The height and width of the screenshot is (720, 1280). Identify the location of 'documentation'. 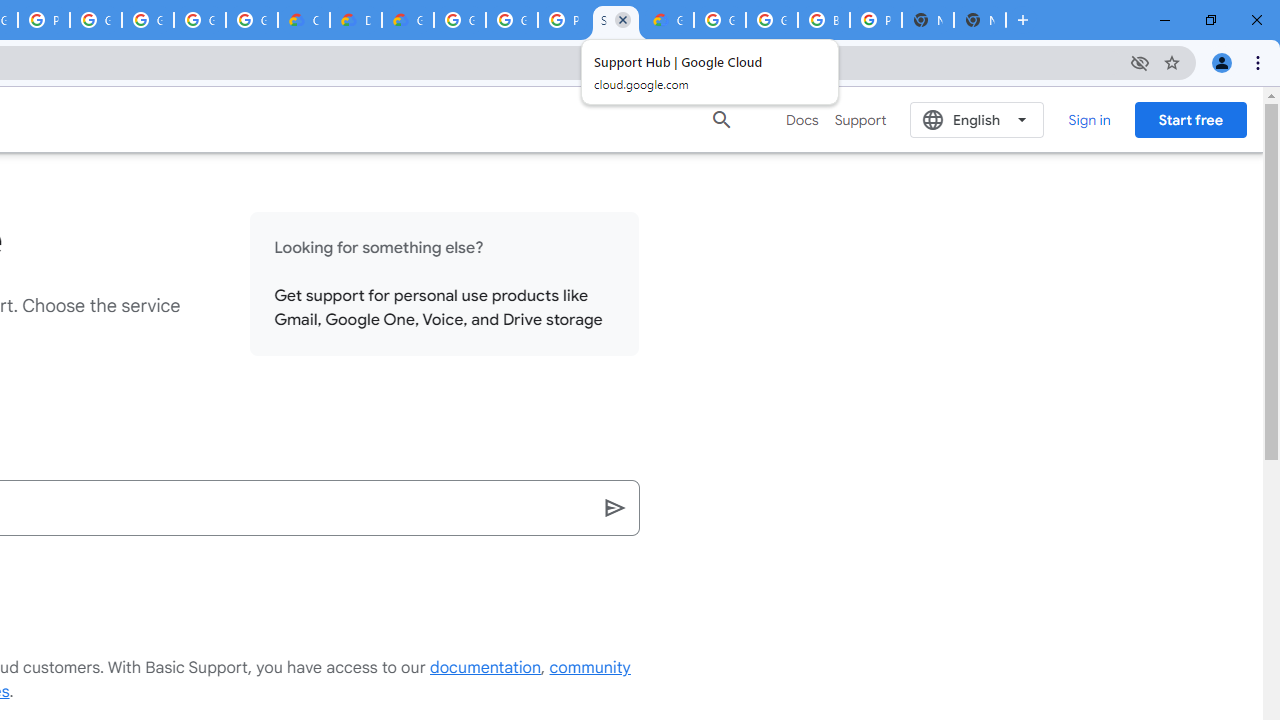
(485, 668).